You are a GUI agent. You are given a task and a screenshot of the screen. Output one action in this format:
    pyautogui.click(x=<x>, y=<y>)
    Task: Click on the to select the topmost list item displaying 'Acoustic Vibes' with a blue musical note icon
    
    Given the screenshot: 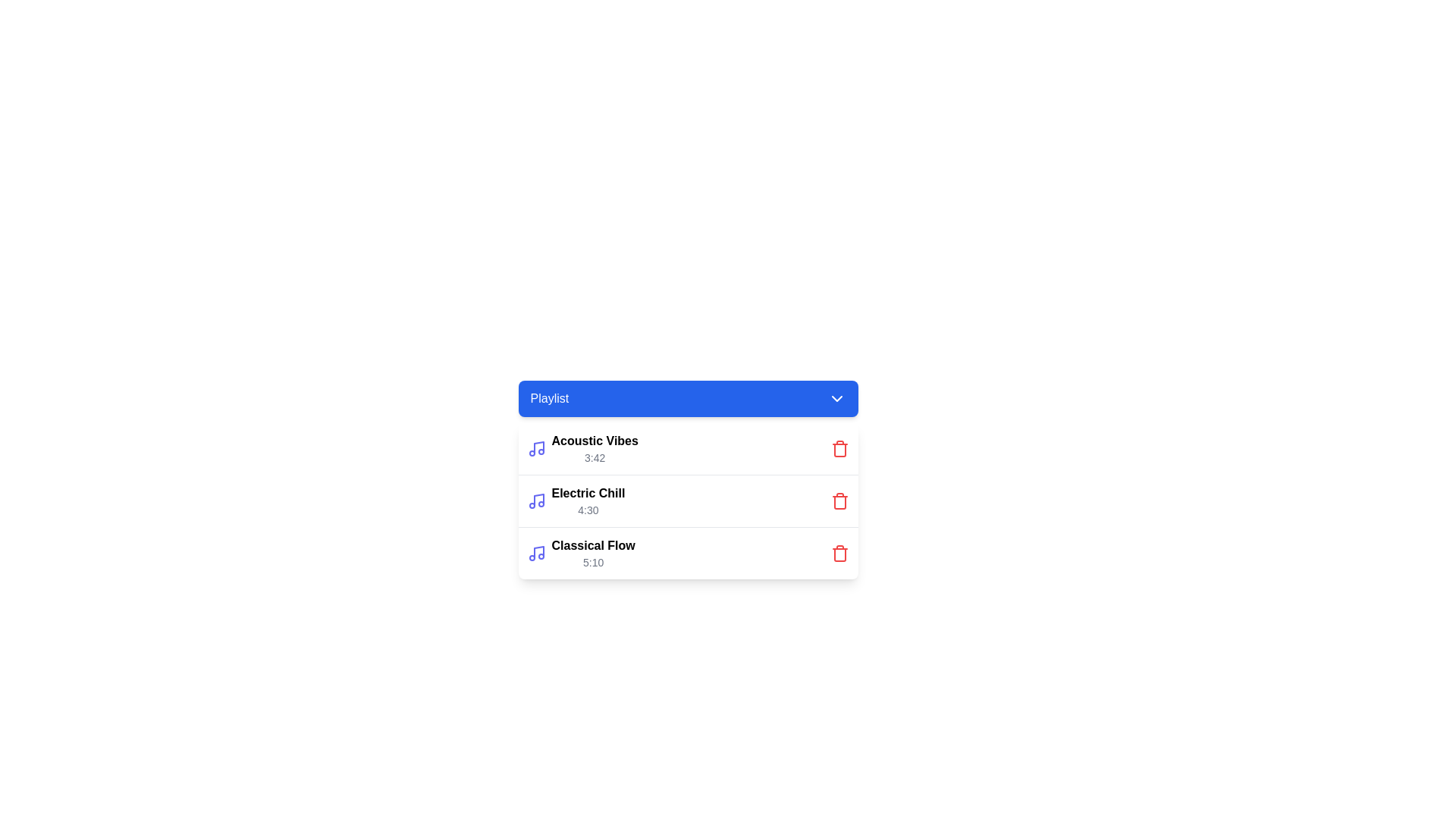 What is the action you would take?
    pyautogui.click(x=582, y=447)
    